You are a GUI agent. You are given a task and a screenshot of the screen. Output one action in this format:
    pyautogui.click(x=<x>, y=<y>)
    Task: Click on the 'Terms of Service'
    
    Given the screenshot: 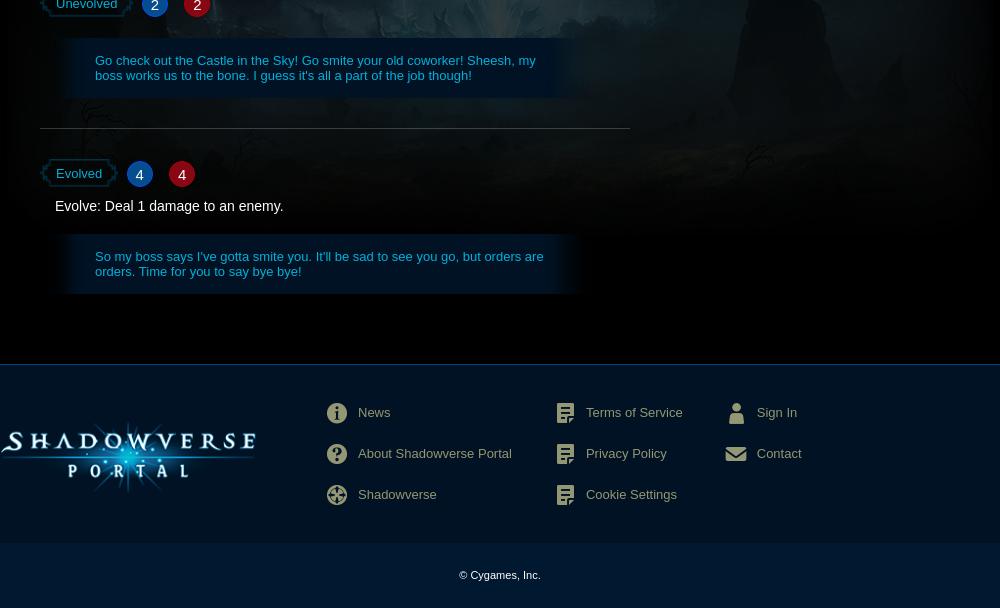 What is the action you would take?
    pyautogui.click(x=633, y=412)
    